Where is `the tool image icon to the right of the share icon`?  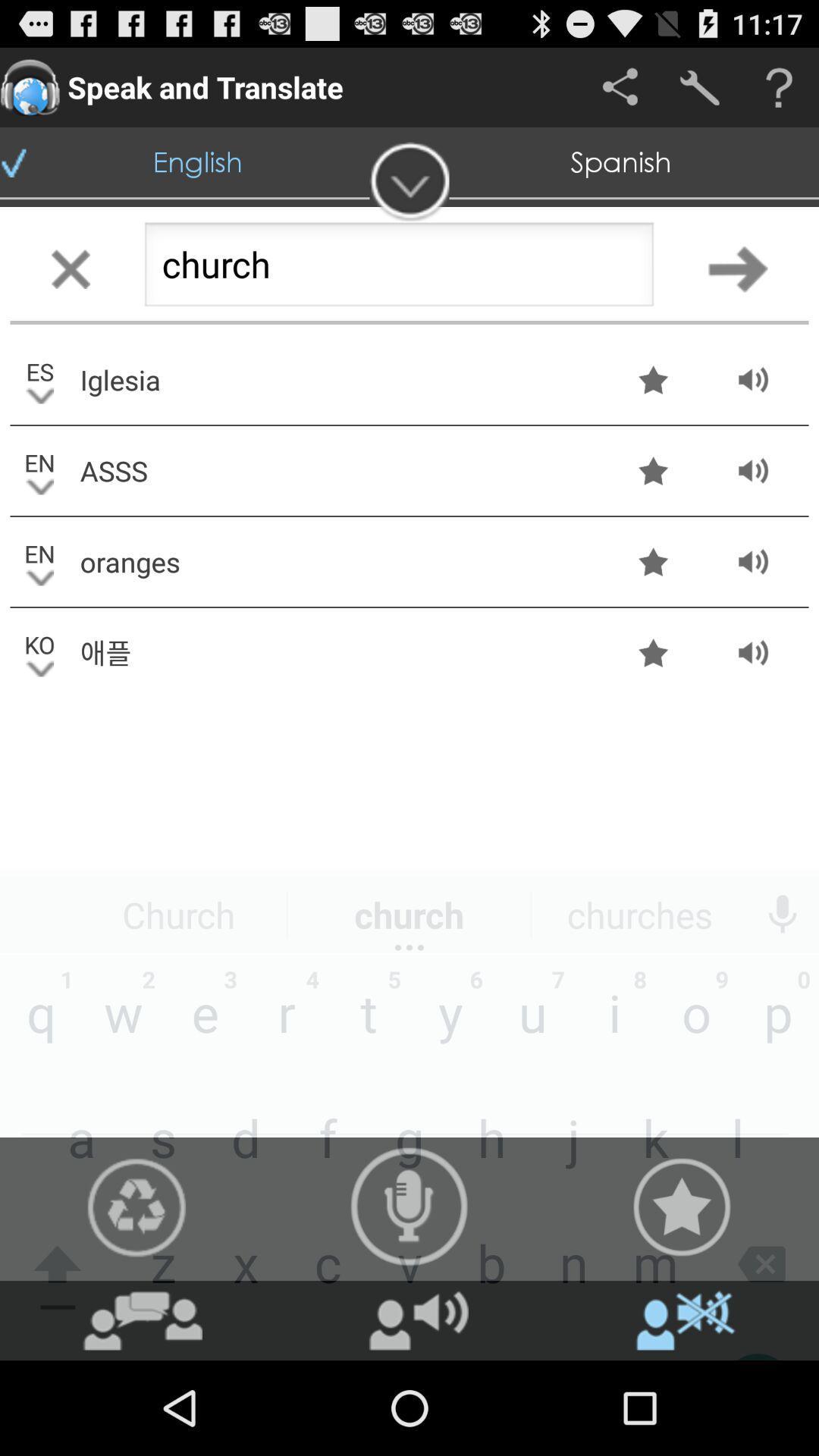
the tool image icon to the right of the share icon is located at coordinates (699, 86).